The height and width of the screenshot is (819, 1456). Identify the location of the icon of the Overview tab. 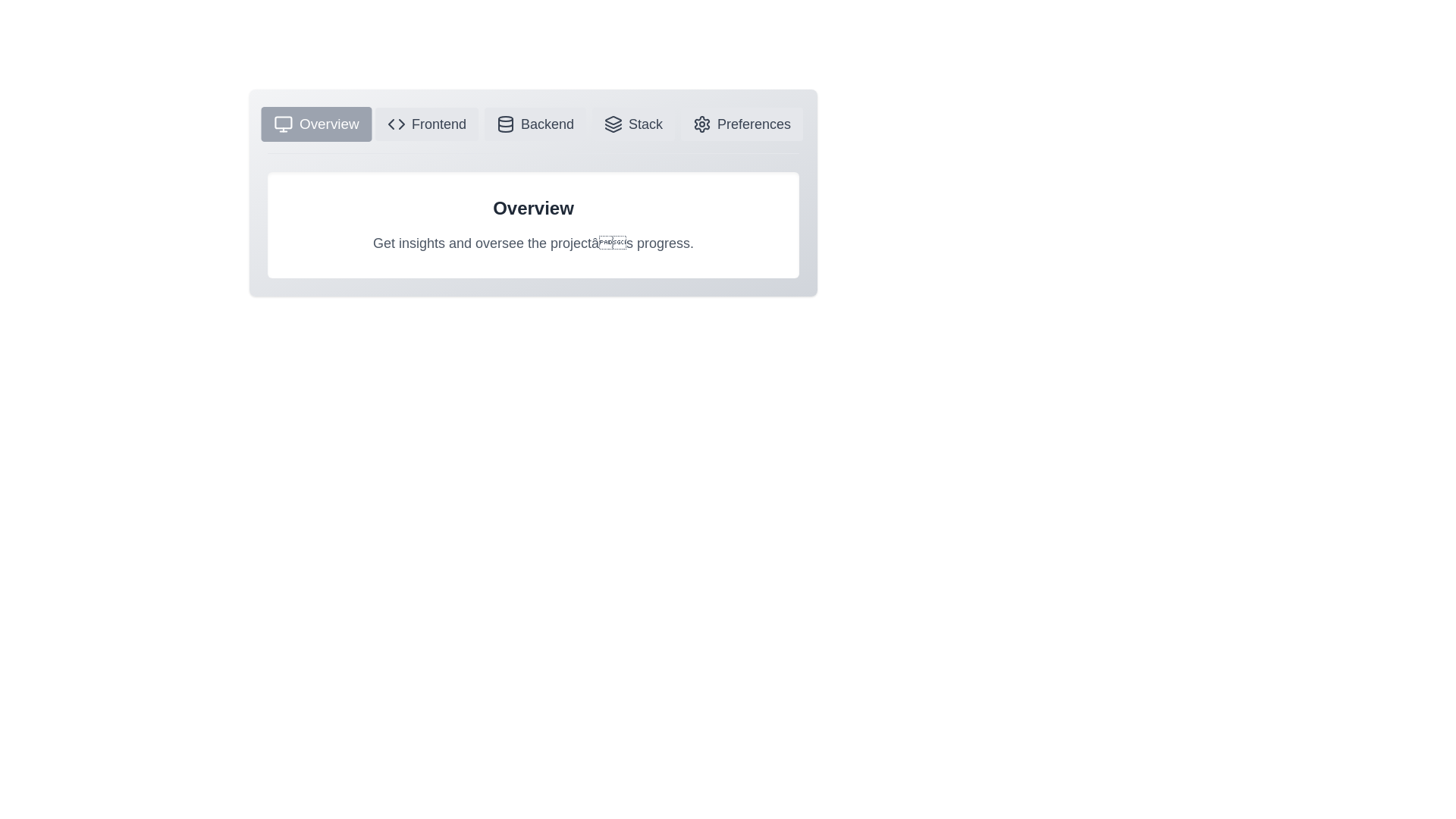
(315, 124).